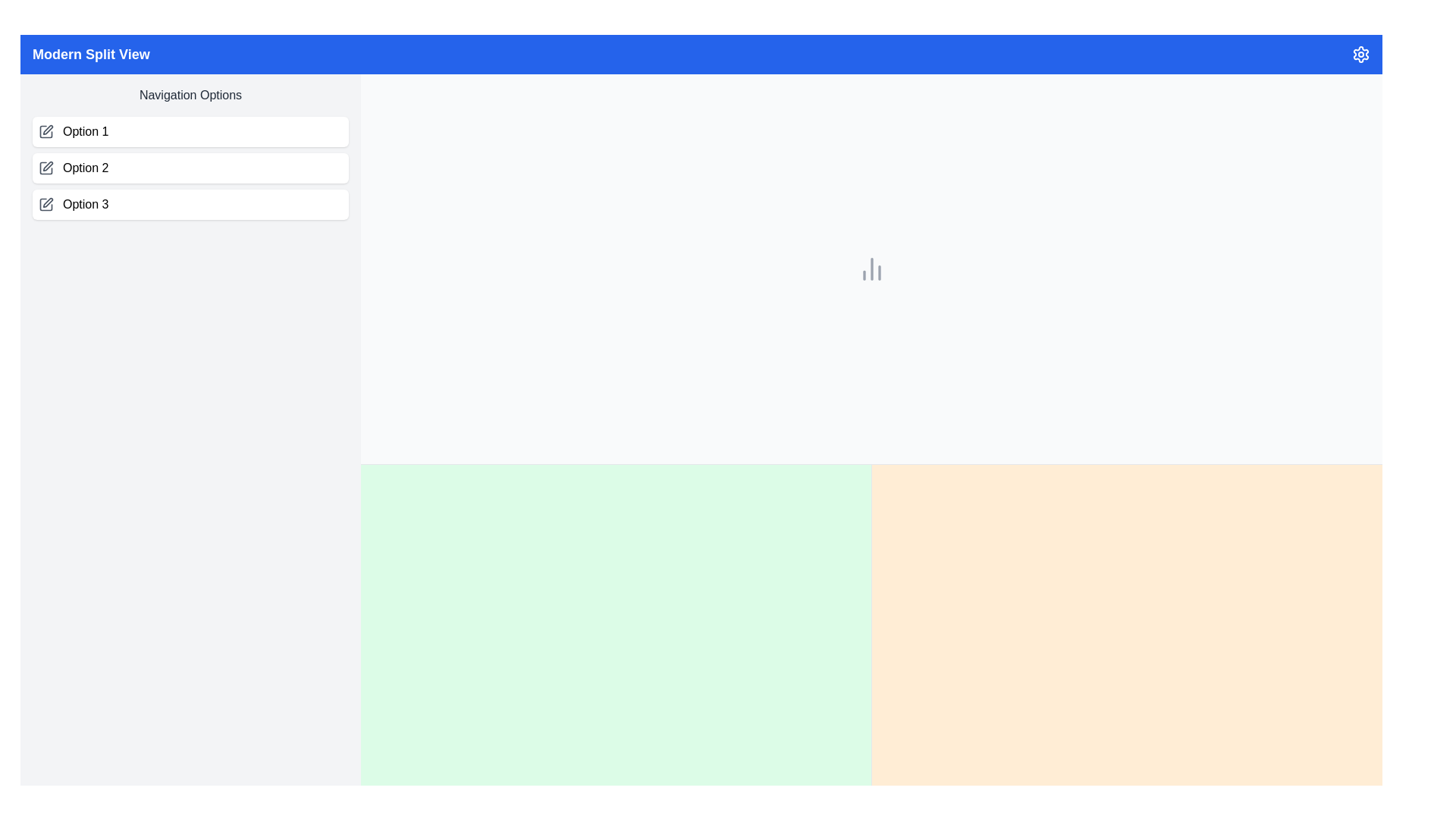  What do you see at coordinates (46, 205) in the screenshot?
I see `the leftmost icon in the third row of the sidebar menu under the label 'Navigation Options' to initiate an edit action for 'Option 3'` at bounding box center [46, 205].